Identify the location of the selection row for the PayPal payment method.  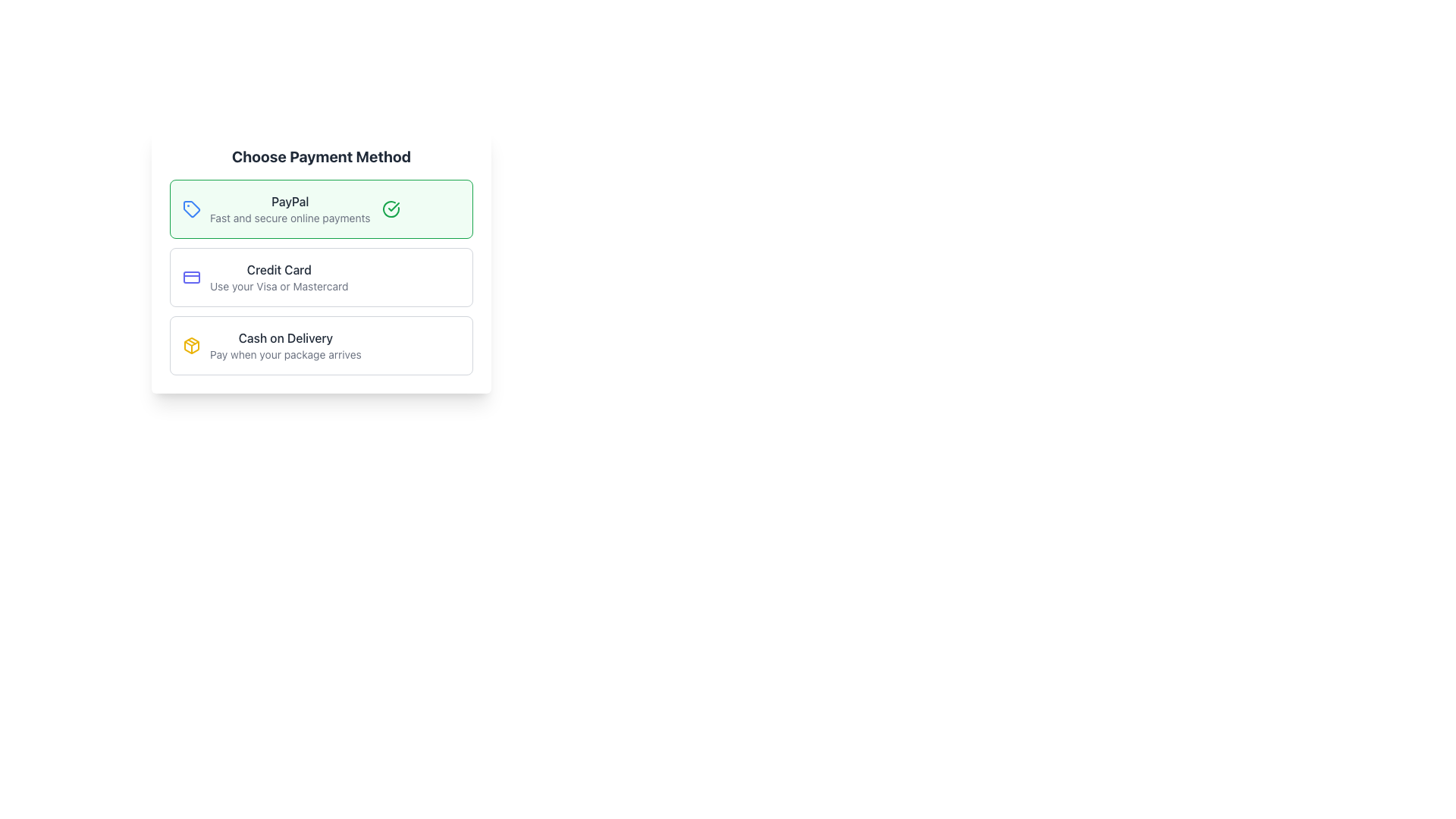
(276, 209).